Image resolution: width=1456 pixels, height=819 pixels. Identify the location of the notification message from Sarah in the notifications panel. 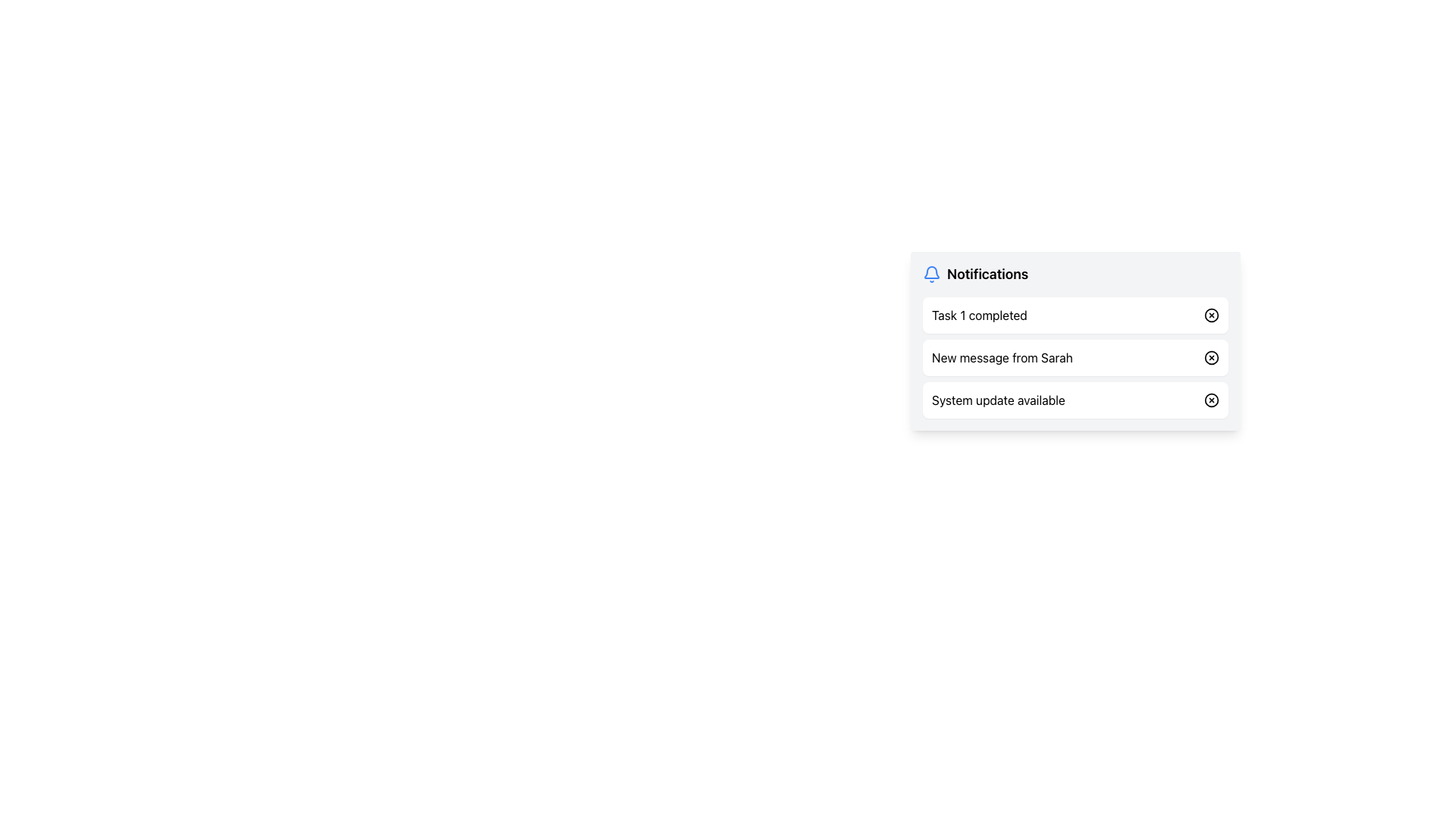
(1002, 357).